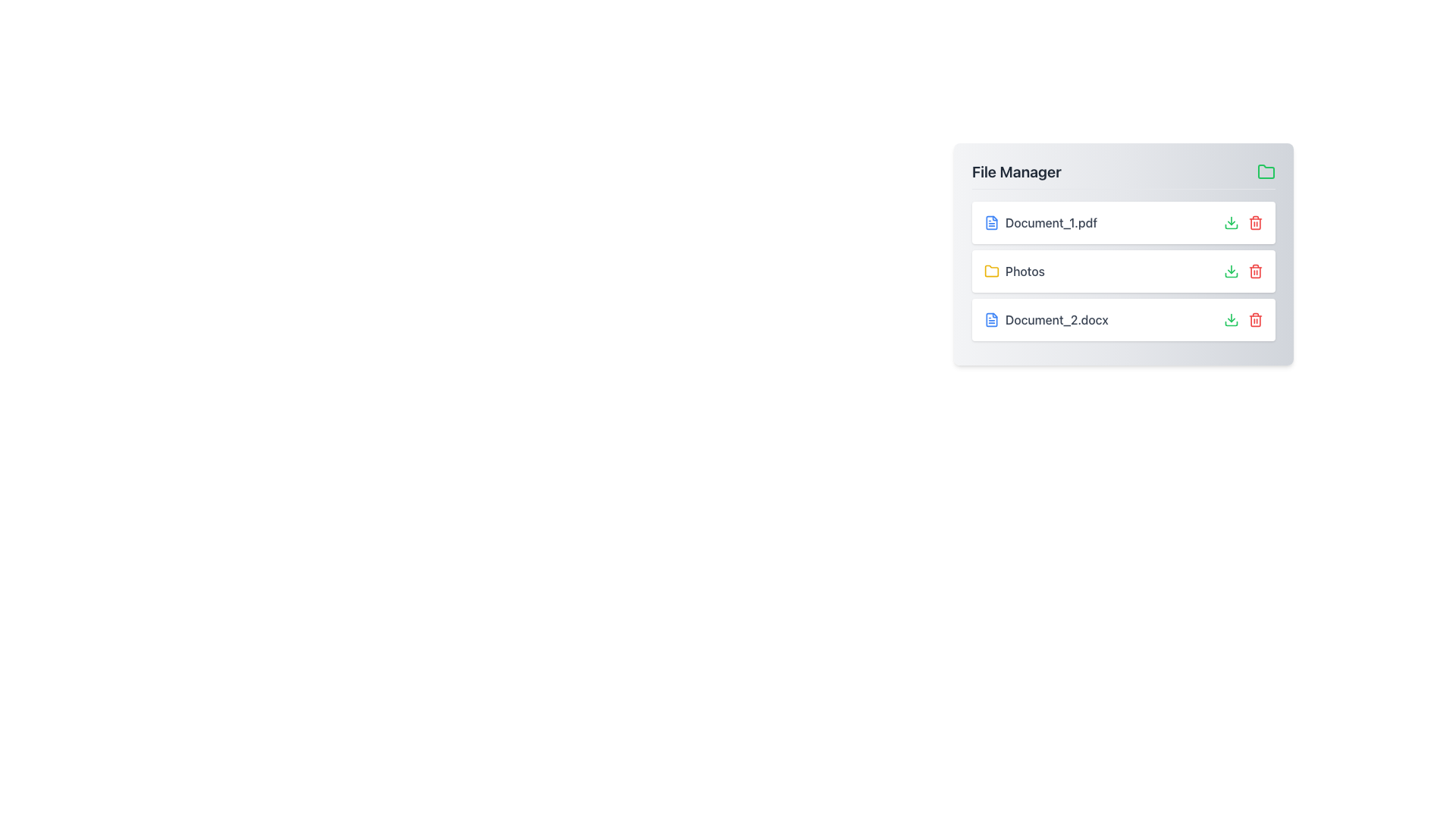  Describe the element at coordinates (1231, 271) in the screenshot. I see `the leftmost download icon located in the File Manager widget, adjacent to the 'Photos' folder entry, to initiate the download of the folder` at that location.